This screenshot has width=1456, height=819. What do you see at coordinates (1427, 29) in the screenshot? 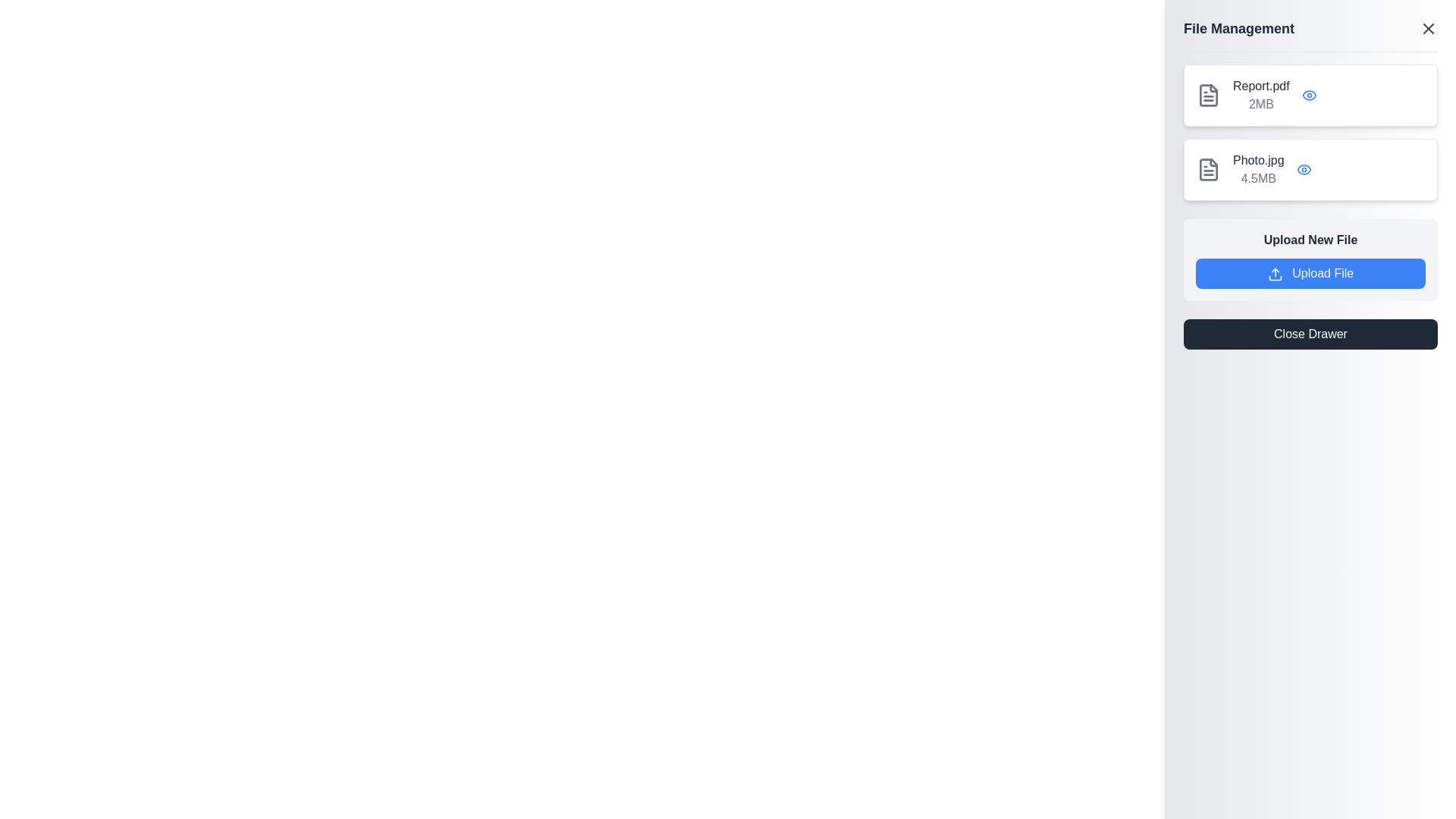
I see `the close button in the top-right corner of the 'File Management' panel` at bounding box center [1427, 29].